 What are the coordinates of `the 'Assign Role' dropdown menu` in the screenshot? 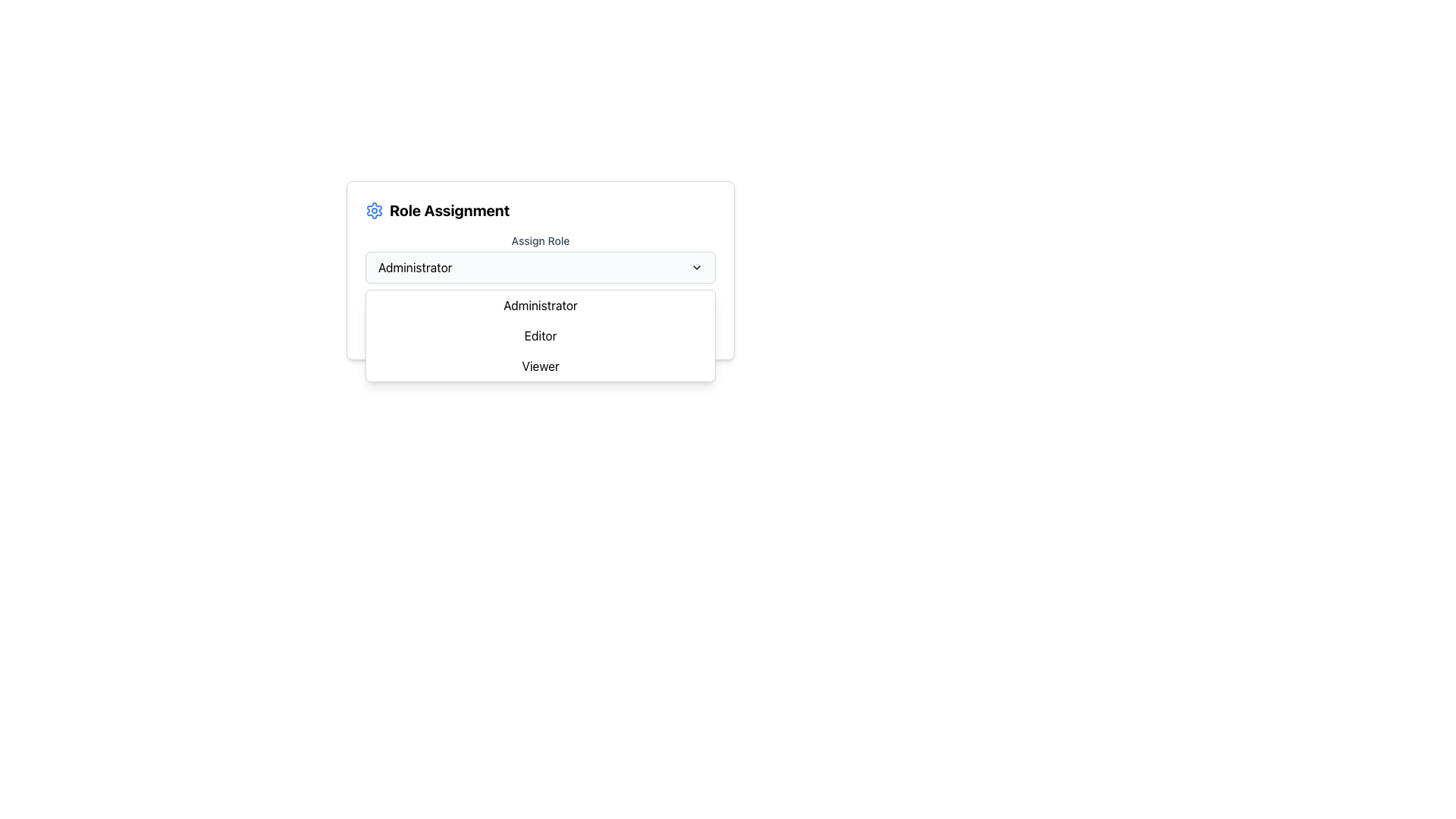 It's located at (541, 257).